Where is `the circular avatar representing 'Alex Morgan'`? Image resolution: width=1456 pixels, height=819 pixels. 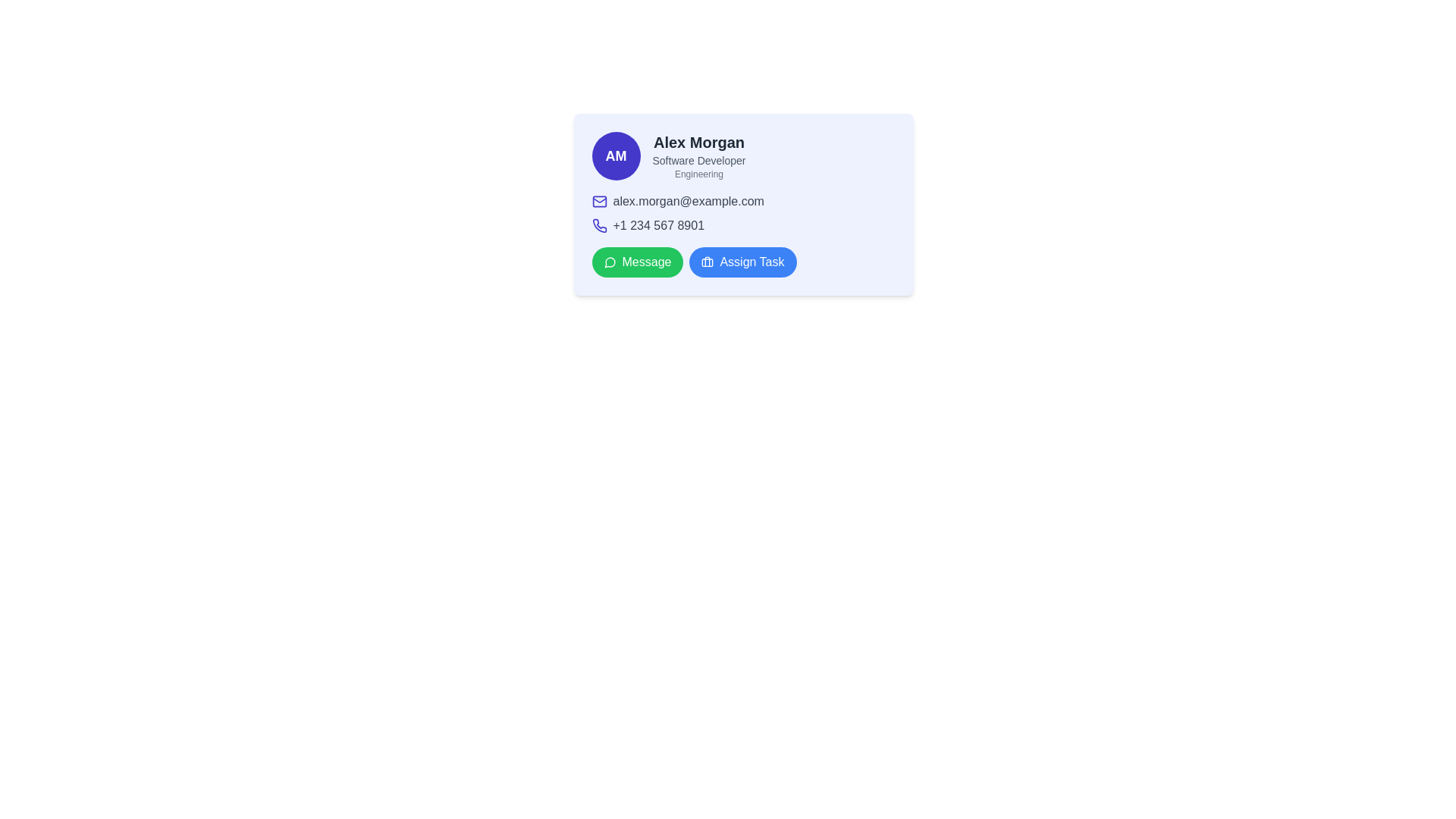 the circular avatar representing 'Alex Morgan' is located at coordinates (616, 155).